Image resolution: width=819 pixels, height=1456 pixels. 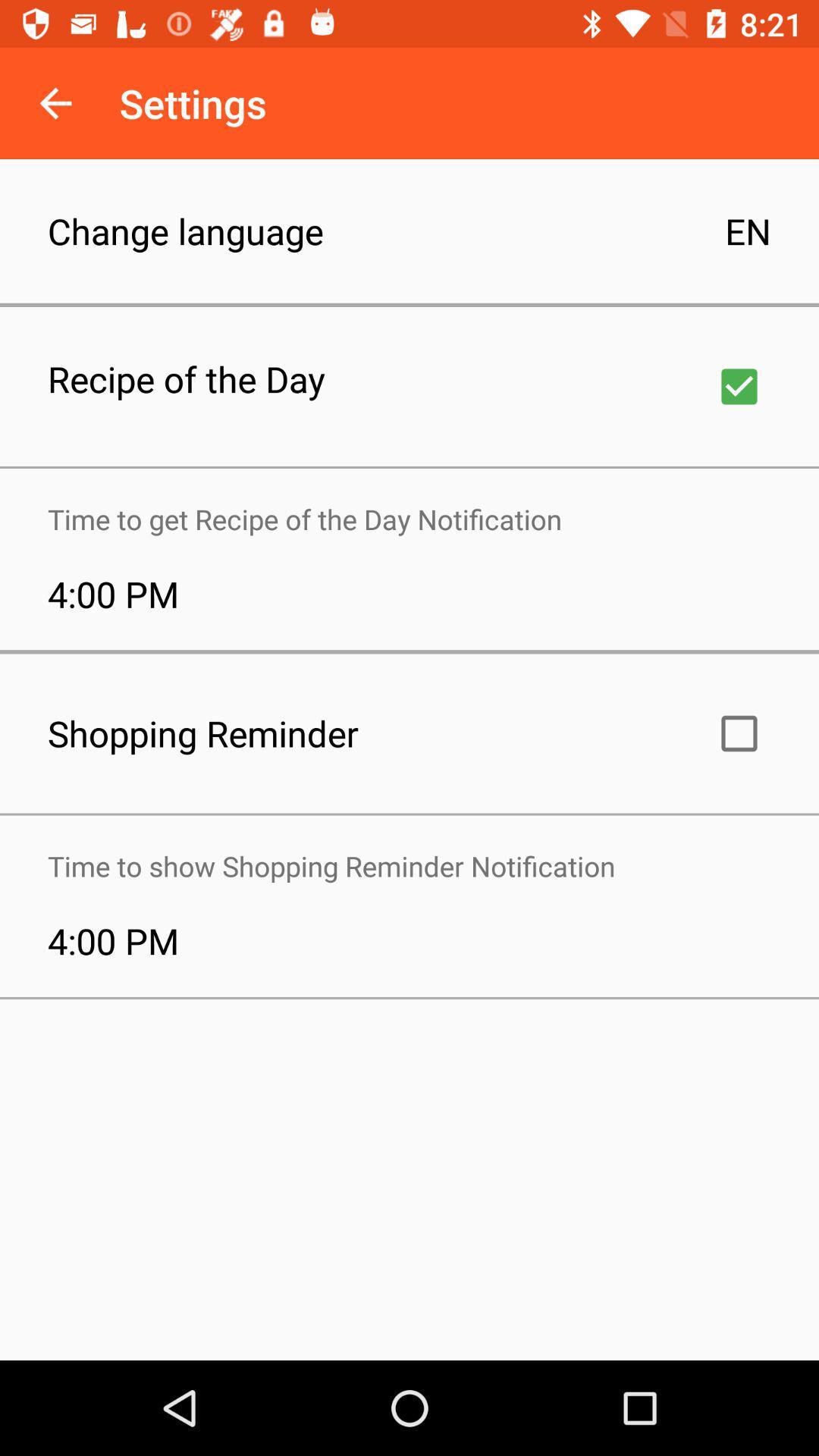 I want to click on the app next to the settings app, so click(x=55, y=102).